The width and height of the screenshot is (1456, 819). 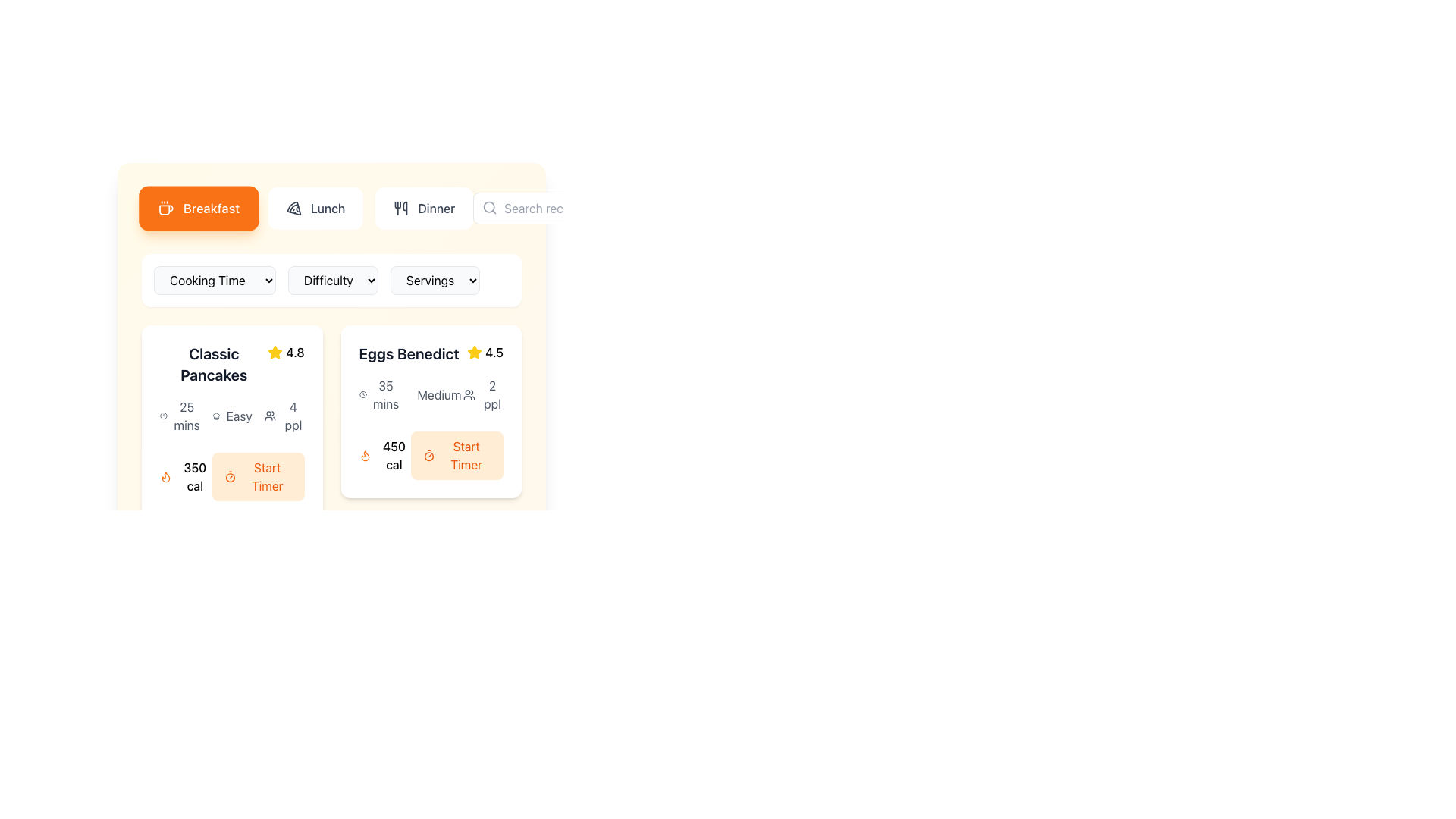 What do you see at coordinates (430, 394) in the screenshot?
I see `the Information display group that shows '35 mins', 'Medium', and '2 ppl', located below the header 'Eggs Benedict'` at bounding box center [430, 394].